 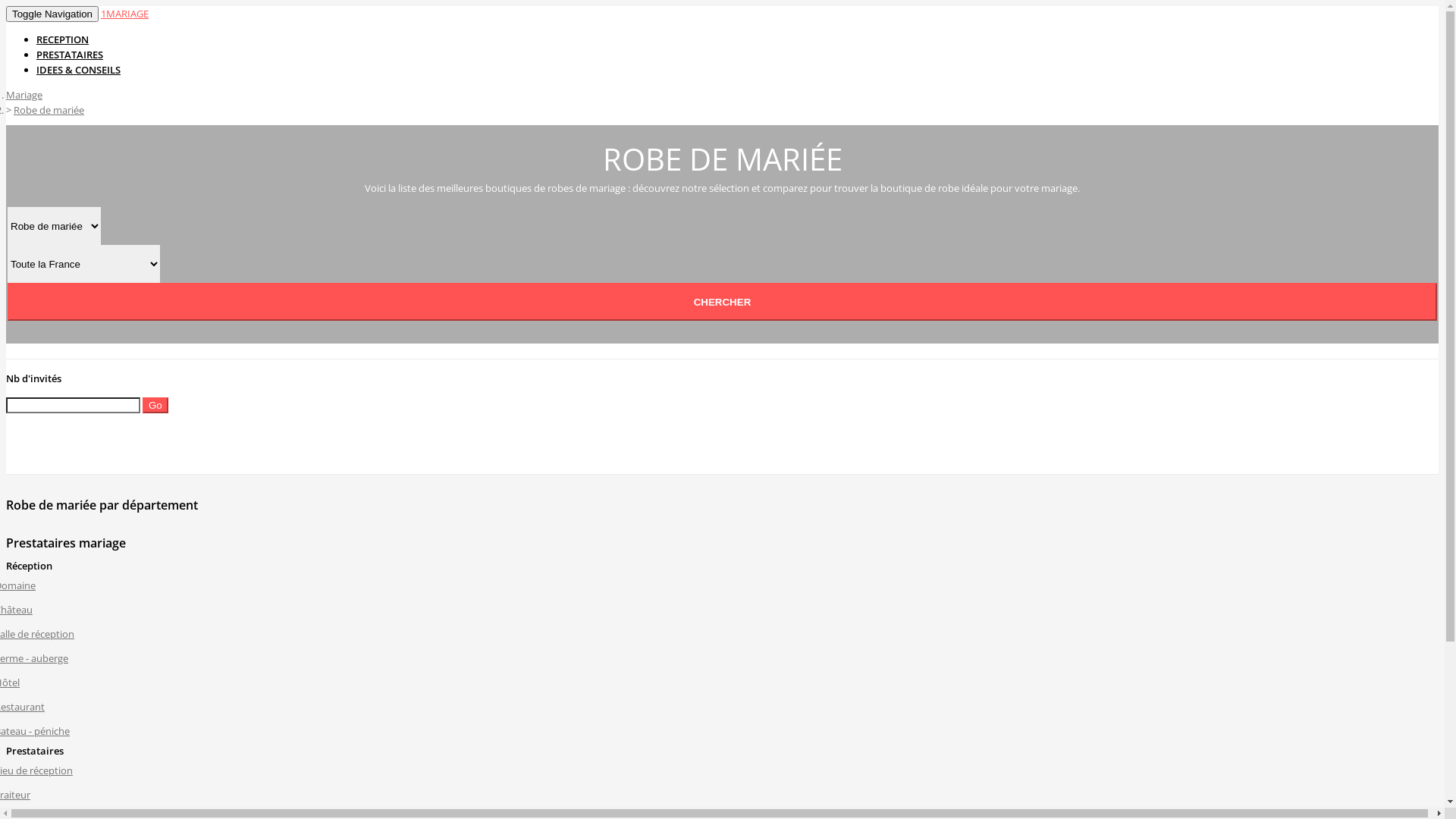 What do you see at coordinates (100, 14) in the screenshot?
I see `'1MARIAGE'` at bounding box center [100, 14].